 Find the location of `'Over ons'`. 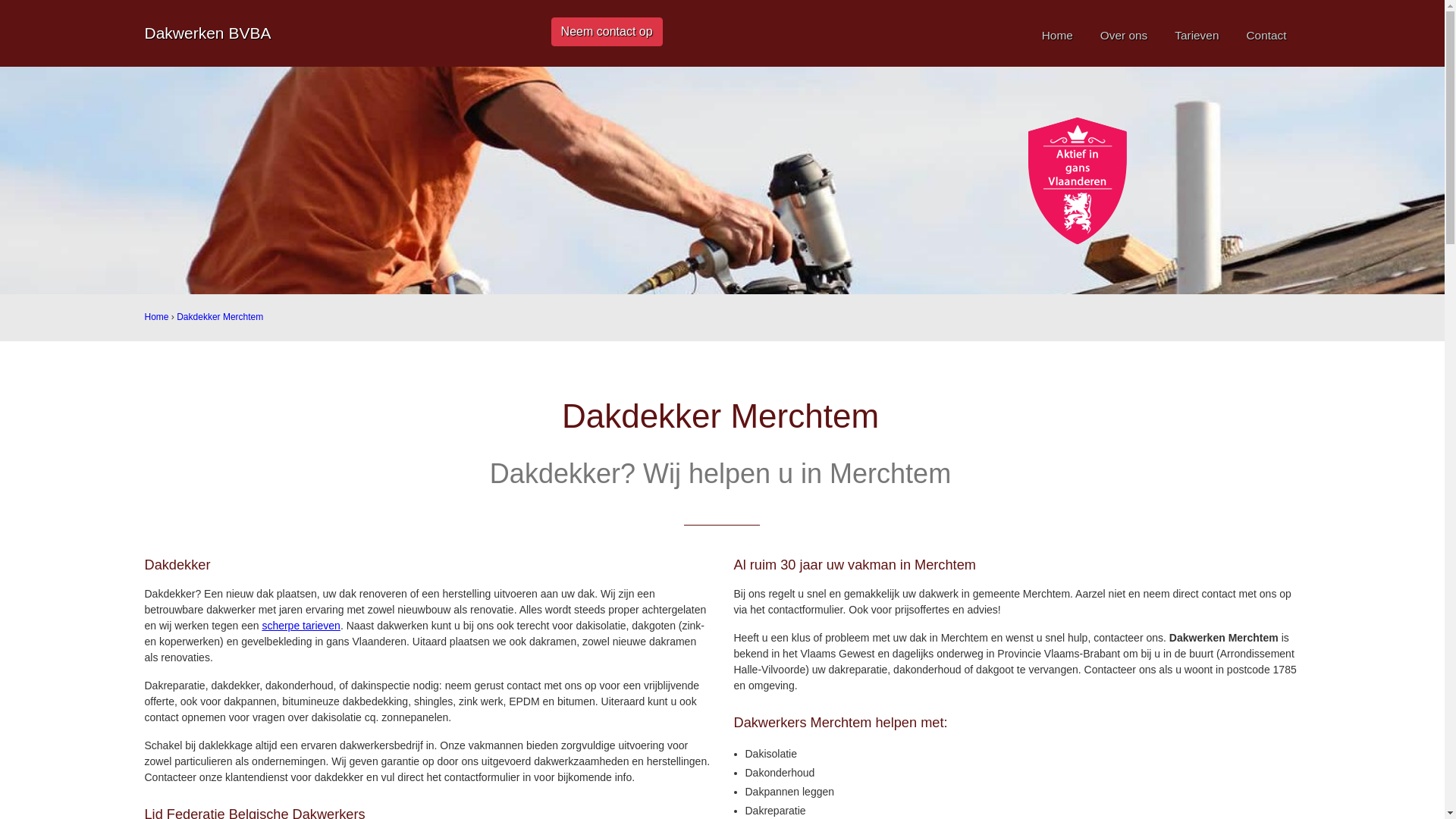

'Over ons' is located at coordinates (1124, 34).